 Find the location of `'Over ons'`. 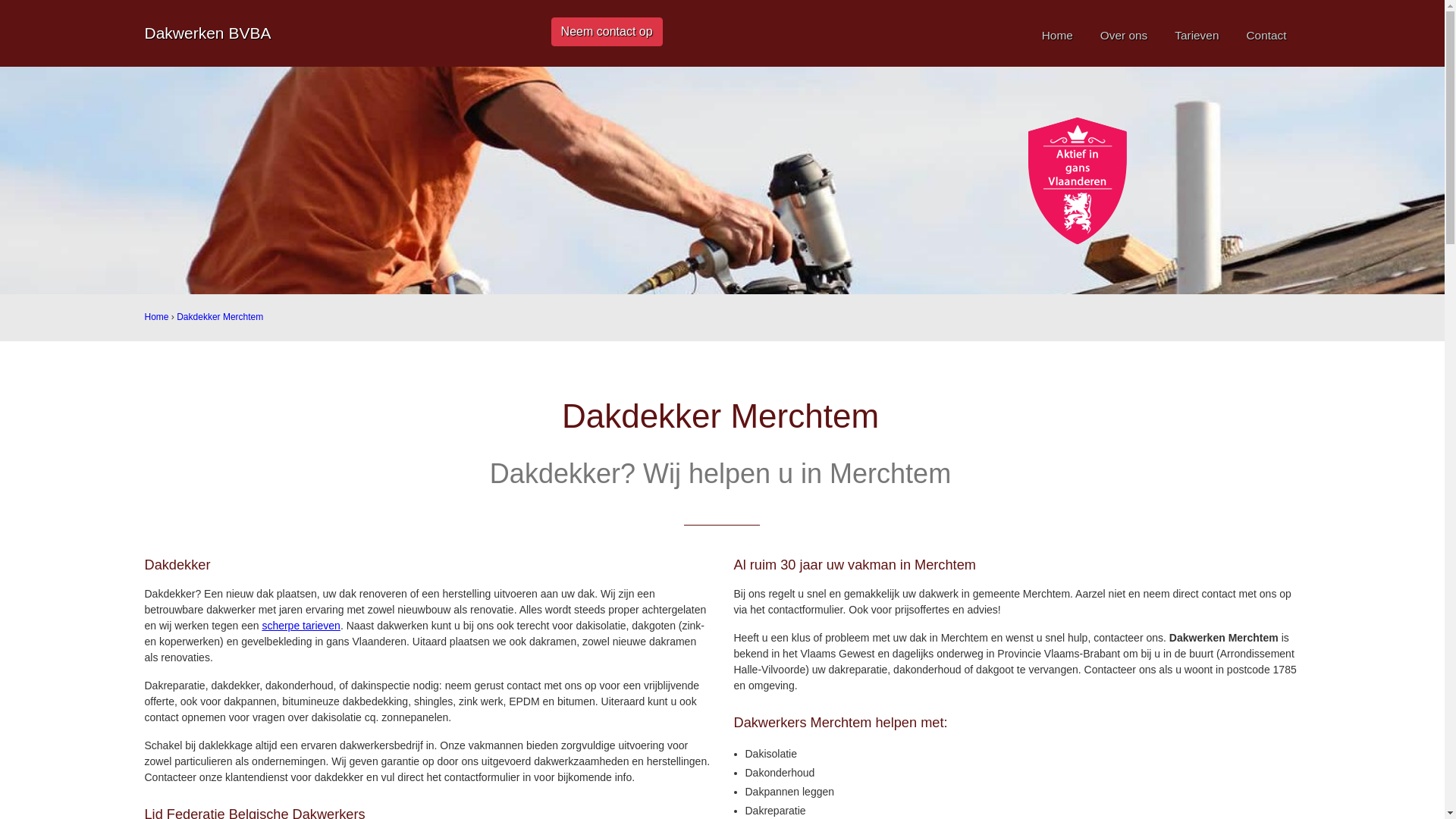

'Over ons' is located at coordinates (1124, 34).